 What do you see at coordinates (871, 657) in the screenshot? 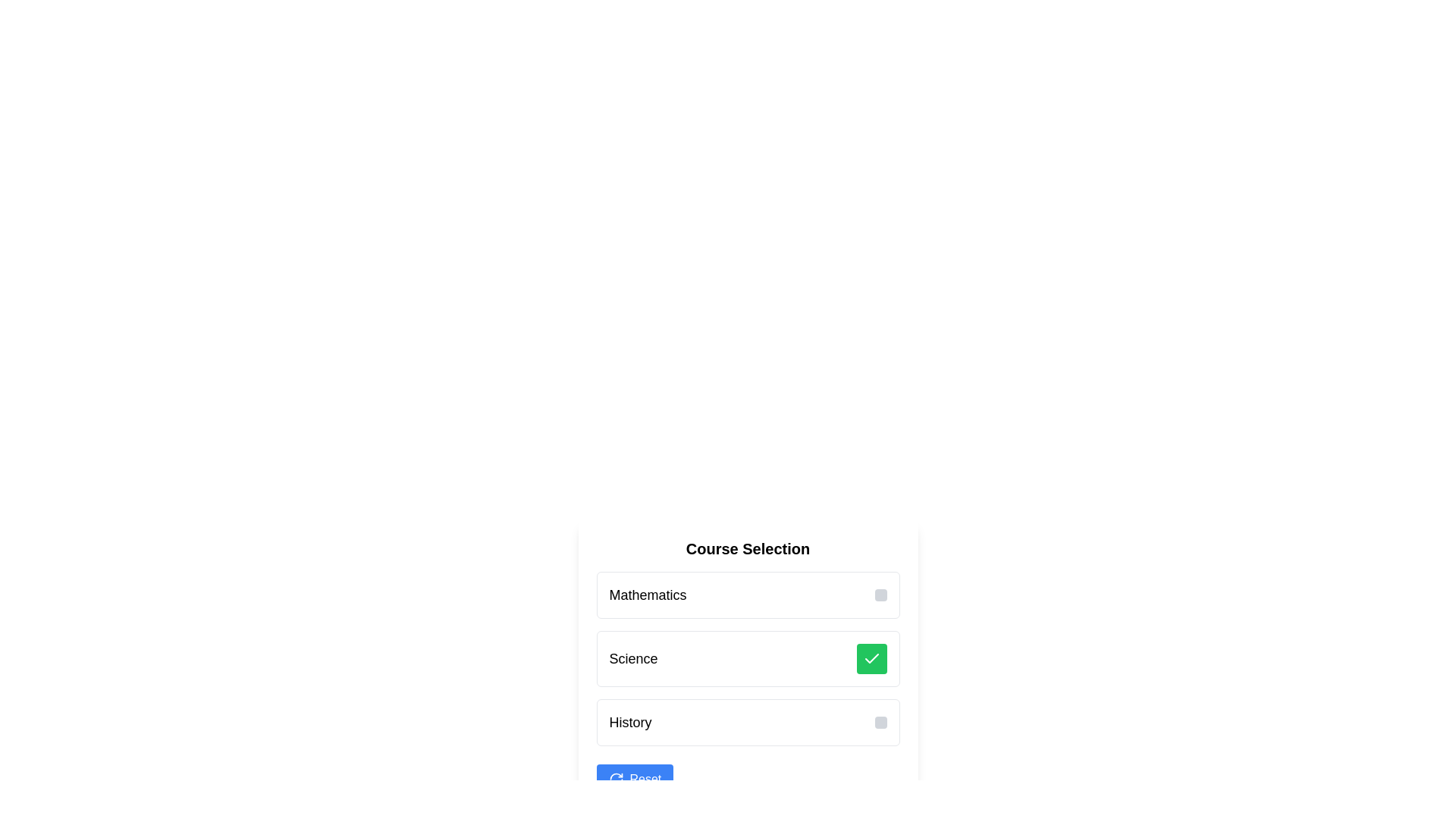
I see `the green square icon indicating the selected 'Science' course` at bounding box center [871, 657].